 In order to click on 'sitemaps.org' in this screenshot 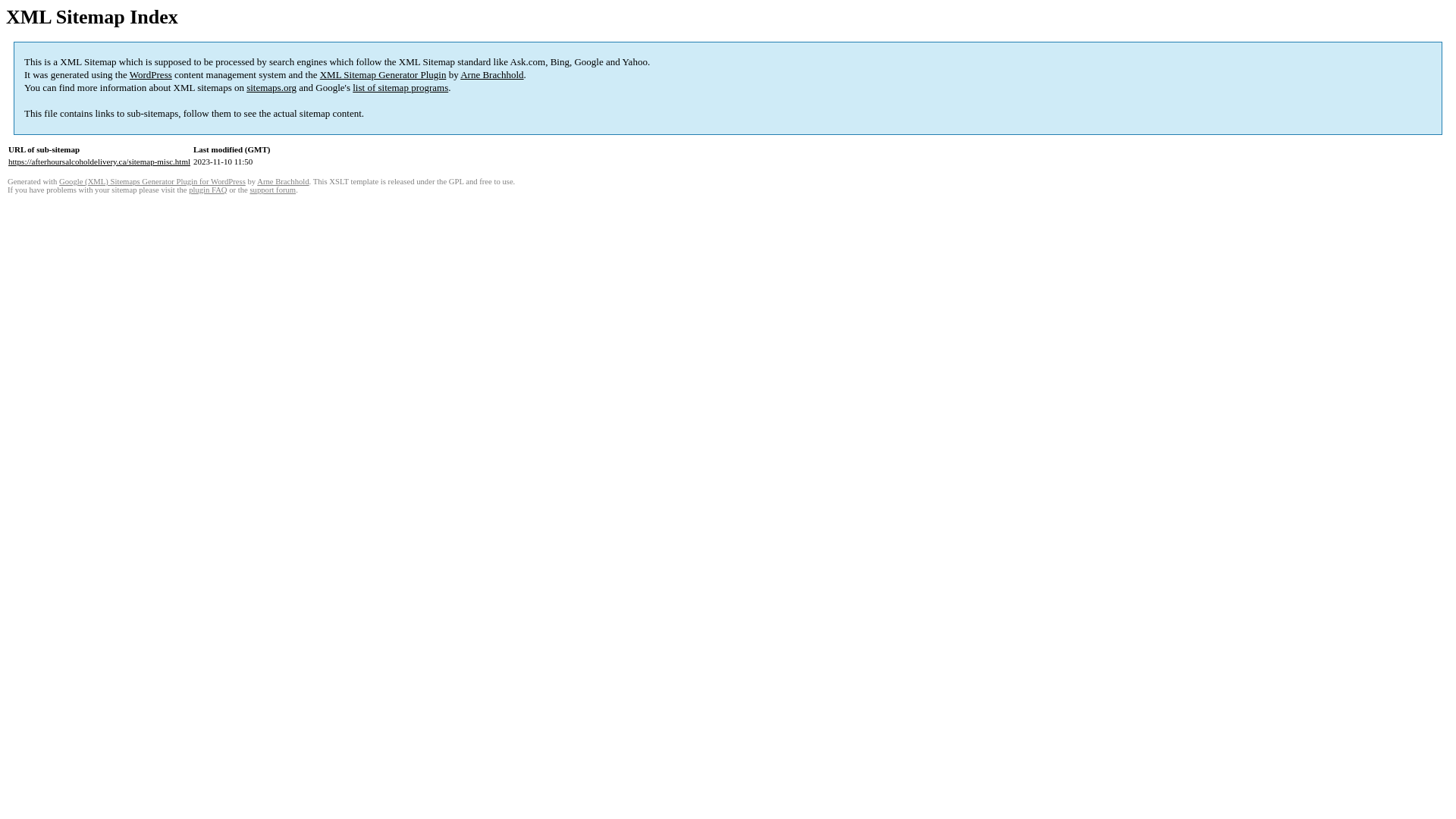, I will do `click(271, 87)`.